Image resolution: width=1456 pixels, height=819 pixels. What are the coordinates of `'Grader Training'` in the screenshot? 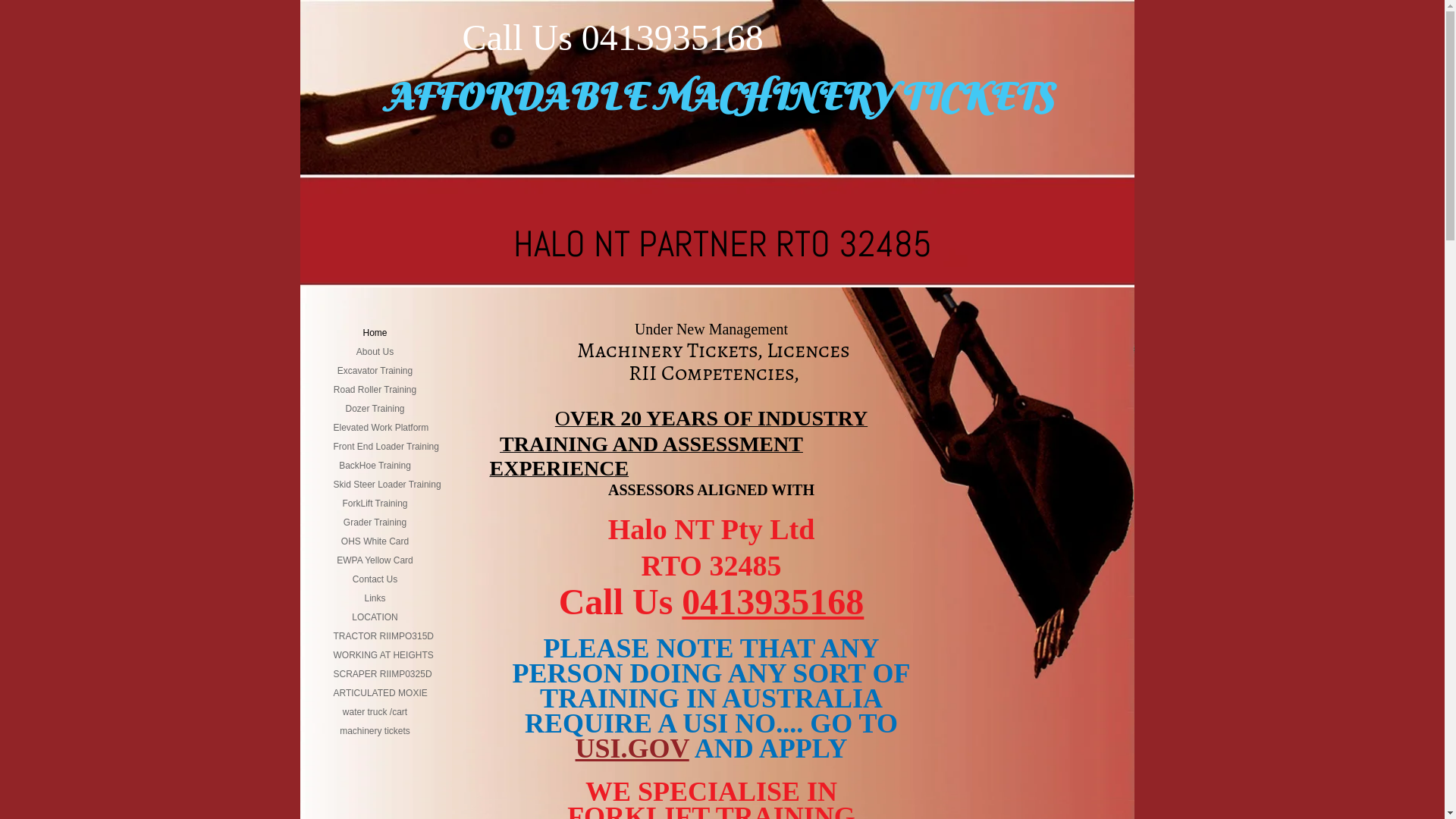 It's located at (334, 522).